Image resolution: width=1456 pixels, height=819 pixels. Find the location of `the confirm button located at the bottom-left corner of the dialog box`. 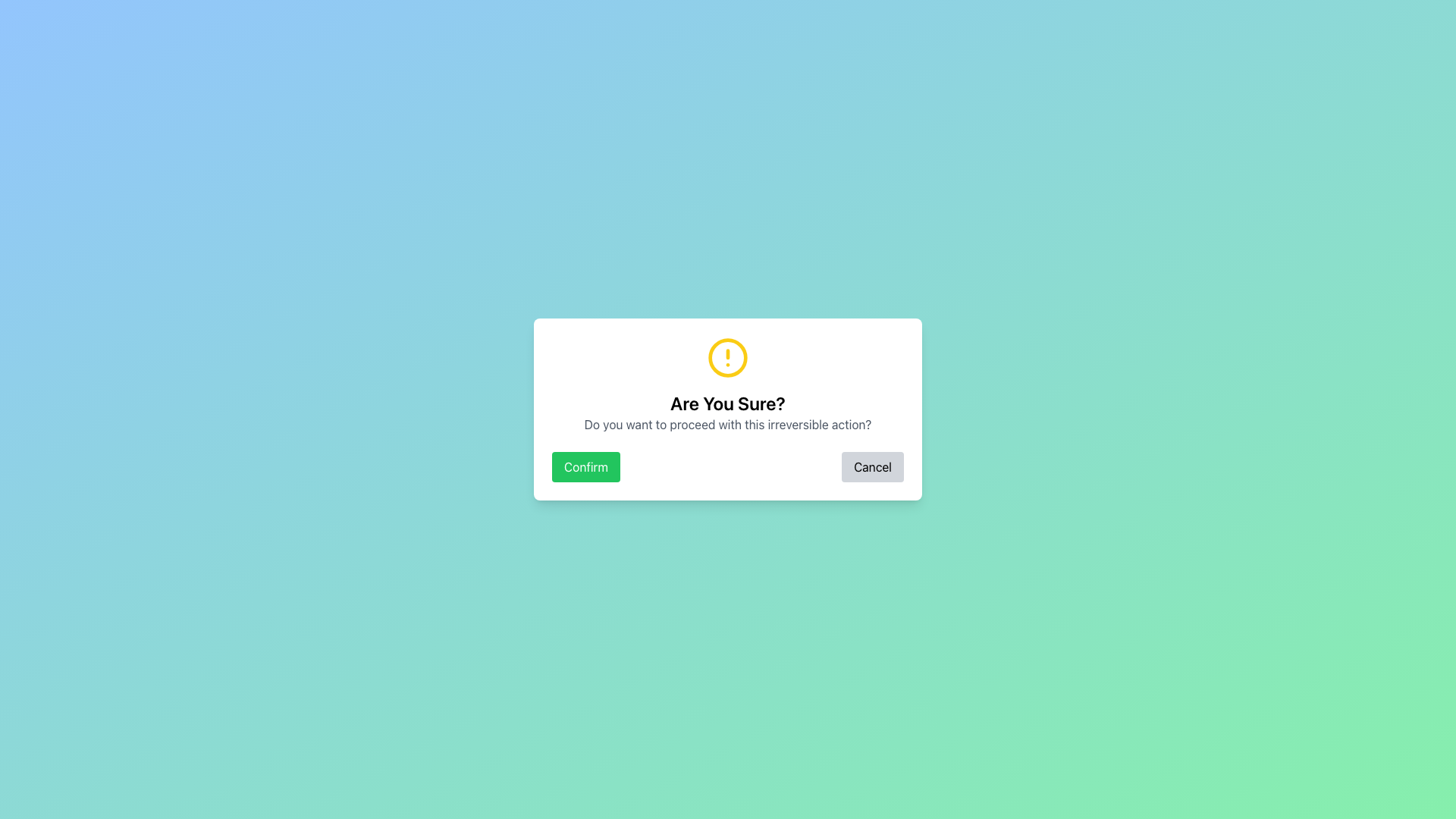

the confirm button located at the bottom-left corner of the dialog box is located at coordinates (585, 466).